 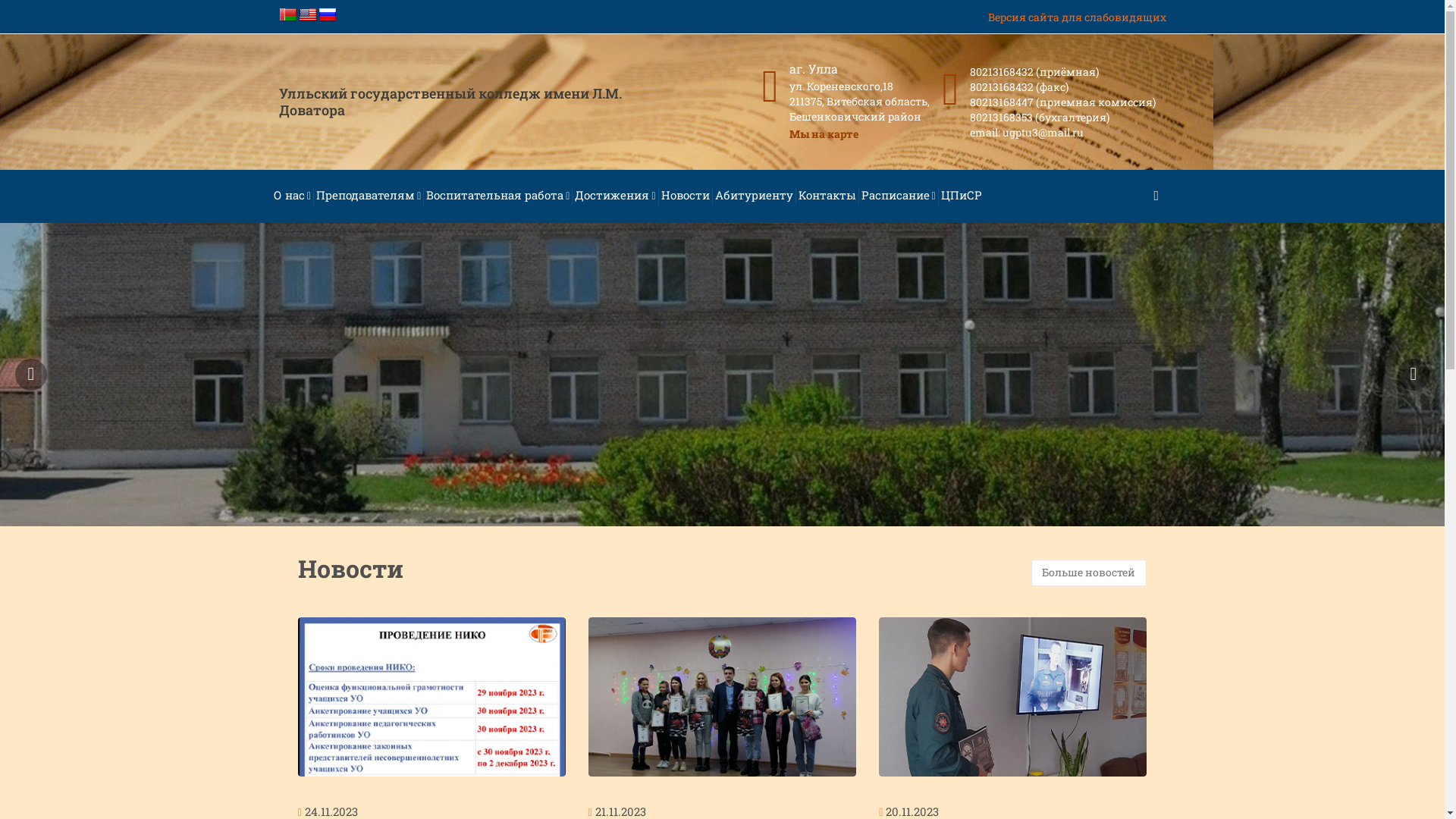 What do you see at coordinates (298, 14) in the screenshot?
I see `'English'` at bounding box center [298, 14].